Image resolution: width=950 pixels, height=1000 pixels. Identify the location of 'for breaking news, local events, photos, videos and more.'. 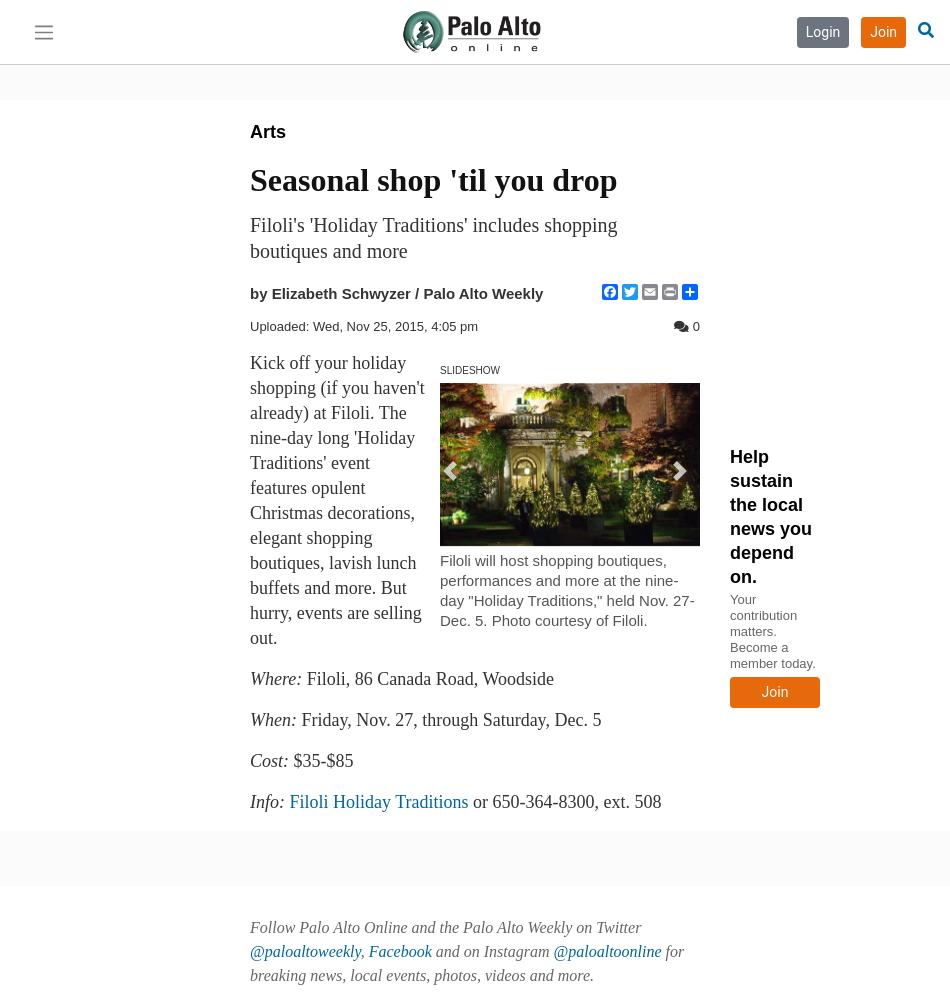
(466, 962).